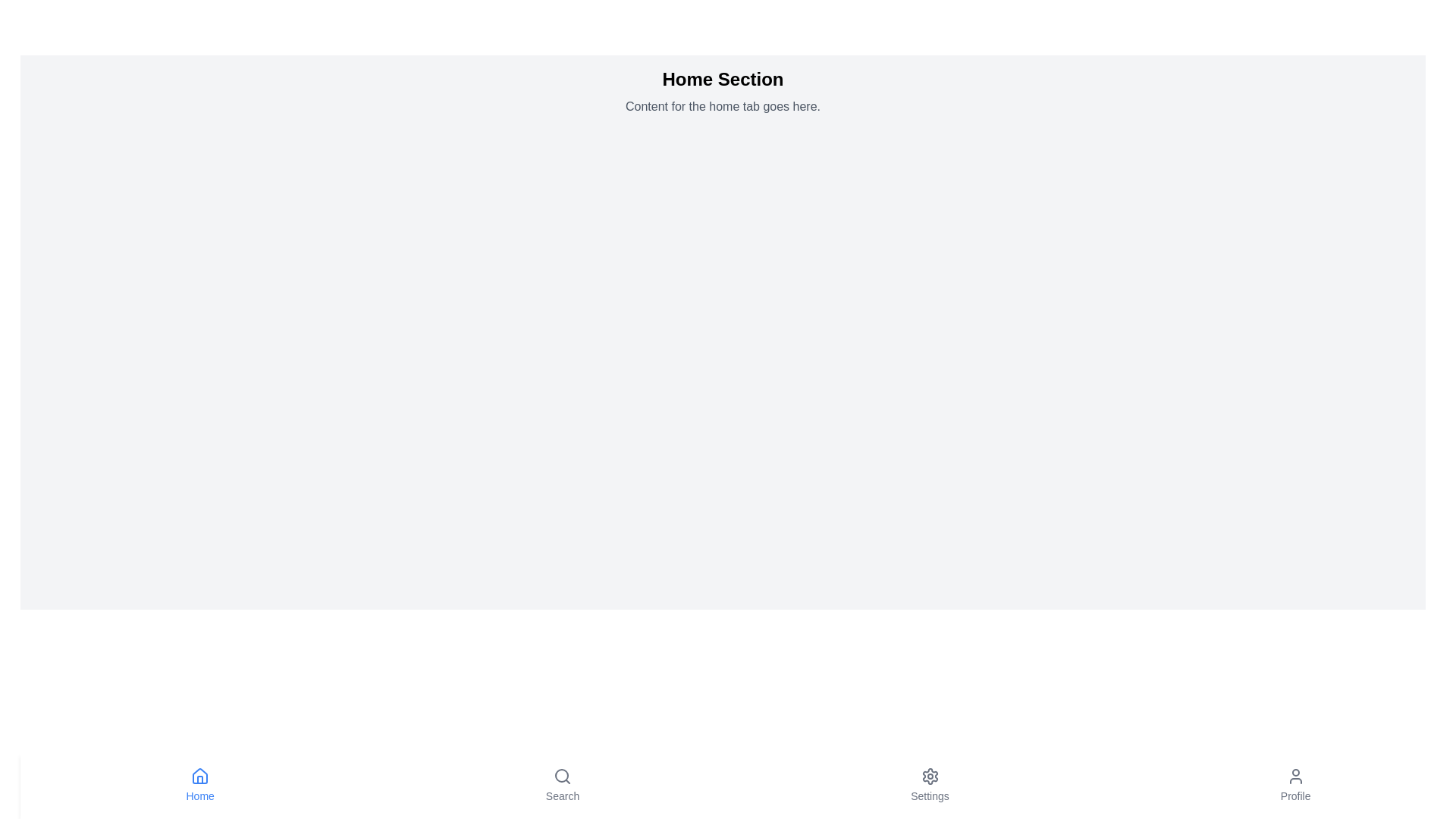 The height and width of the screenshot is (819, 1456). Describe the element at coordinates (722, 79) in the screenshot. I see `centered heading text 'Home Section' which is bold and large, located at the top of the content area` at that location.